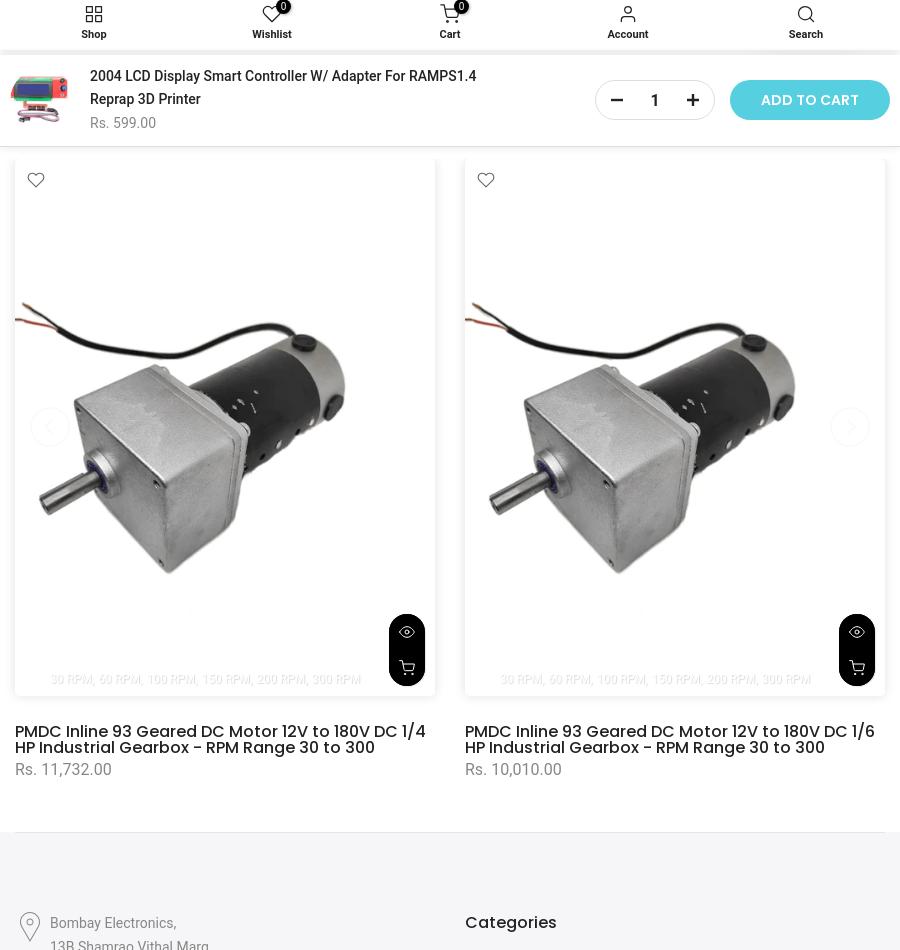 This screenshot has height=950, width=900. What do you see at coordinates (89, 87) in the screenshot?
I see `'2004 LCD Display Smart Controller W/ Adapter For RAMPS1.4 Reprap 3D Printer'` at bounding box center [89, 87].